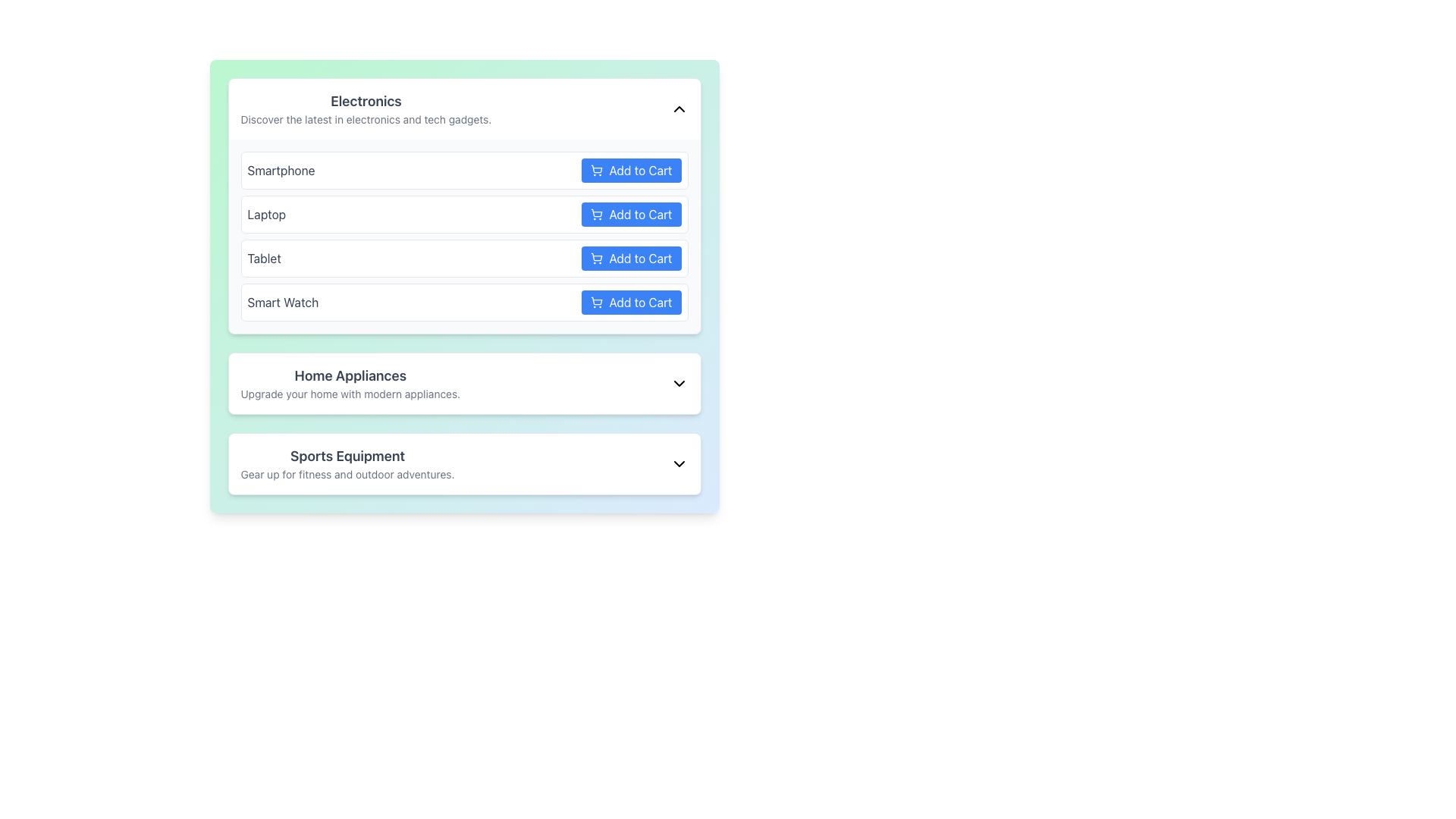 The height and width of the screenshot is (819, 1456). Describe the element at coordinates (366, 108) in the screenshot. I see `the textual heading` at that location.